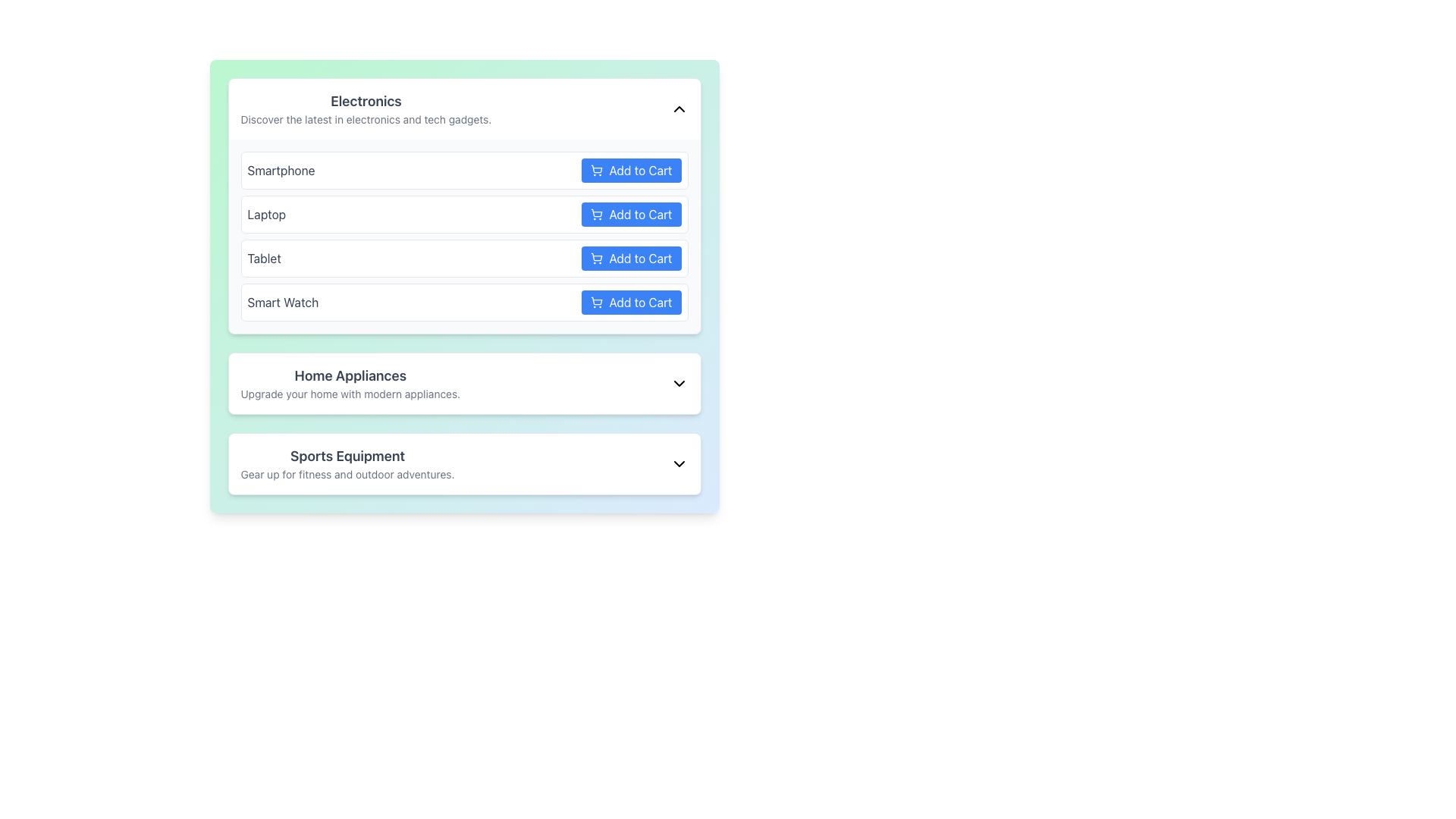 The height and width of the screenshot is (819, 1456). Describe the element at coordinates (366, 108) in the screenshot. I see `the textual heading` at that location.